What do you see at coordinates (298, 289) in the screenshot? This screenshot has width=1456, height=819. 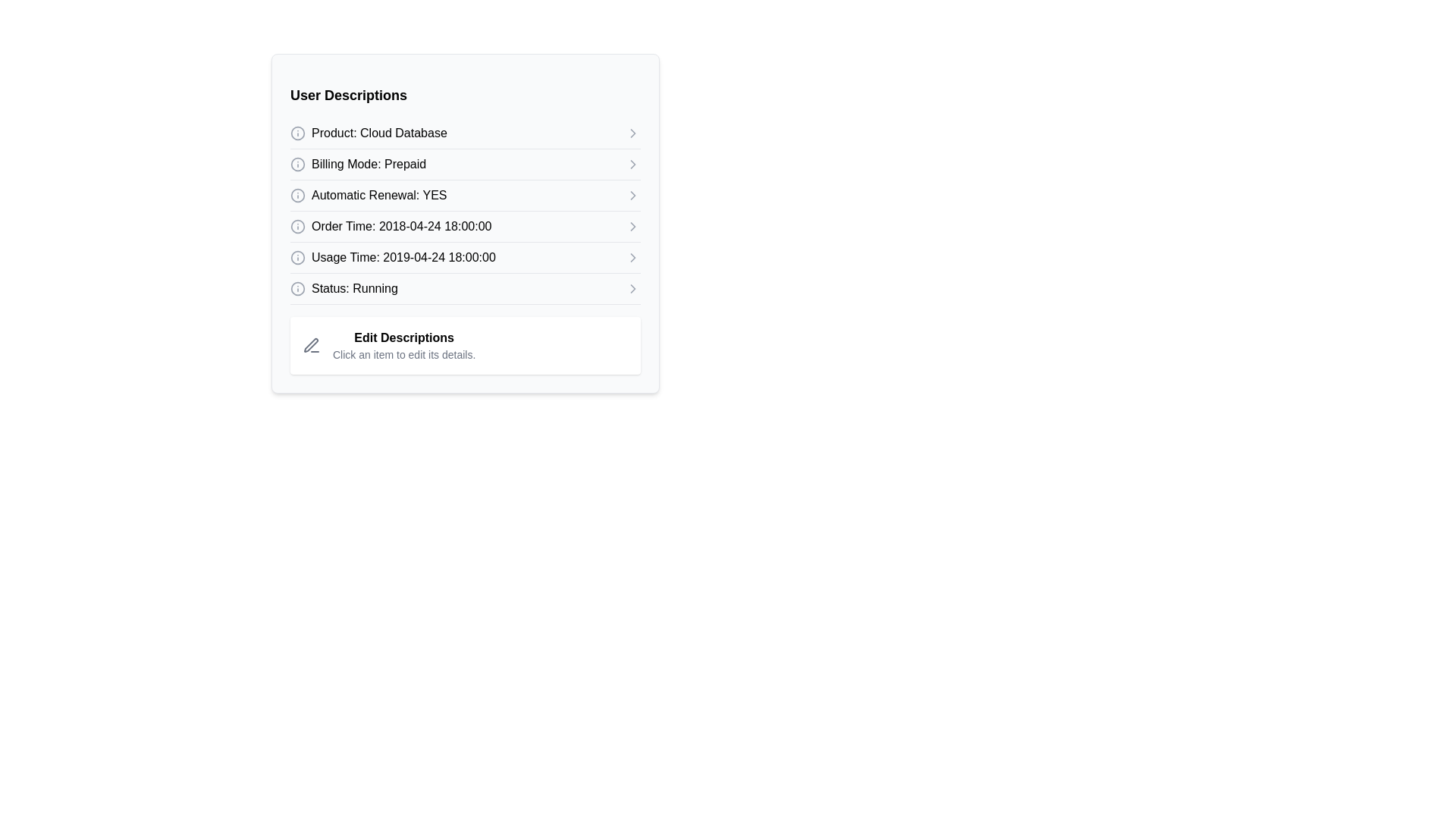 I see `the information indicator icon located to the left of the text 'Status: Running' to obtain additional details about its status` at bounding box center [298, 289].